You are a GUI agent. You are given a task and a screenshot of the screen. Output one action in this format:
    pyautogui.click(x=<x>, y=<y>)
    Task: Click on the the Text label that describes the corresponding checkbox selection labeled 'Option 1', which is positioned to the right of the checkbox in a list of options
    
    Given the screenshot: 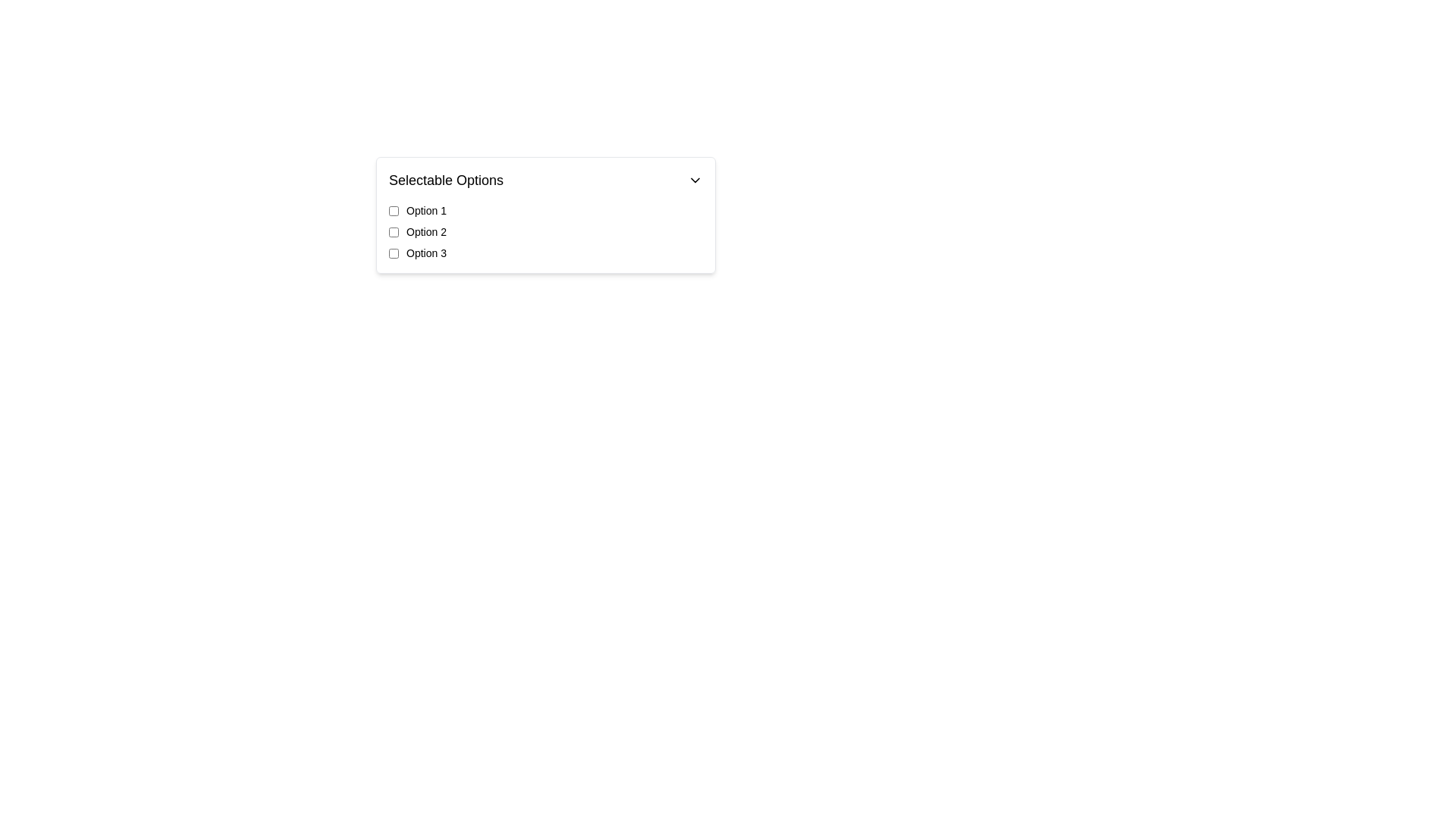 What is the action you would take?
    pyautogui.click(x=425, y=210)
    